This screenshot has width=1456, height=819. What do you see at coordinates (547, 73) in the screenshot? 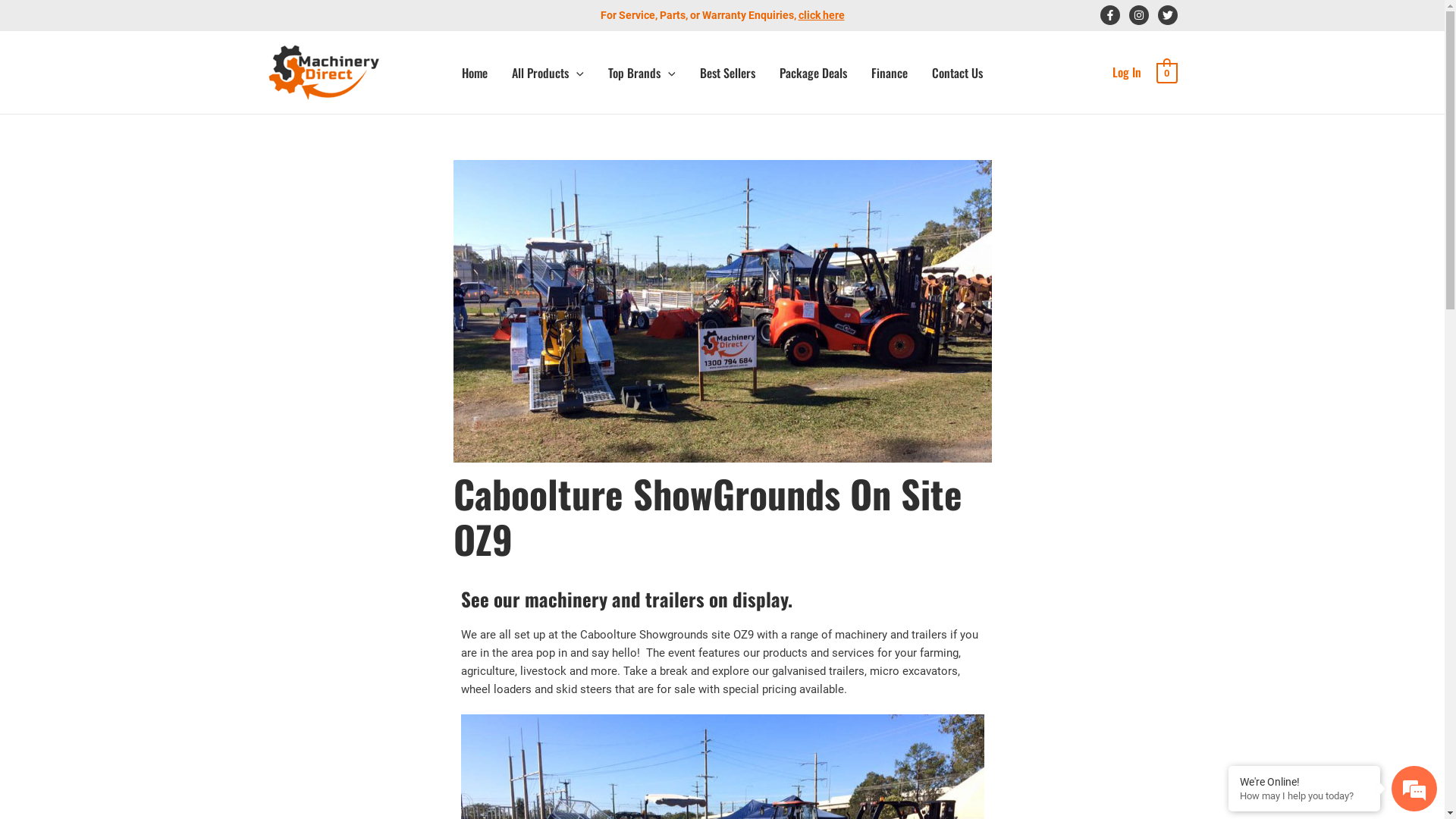
I see `'All Products'` at bounding box center [547, 73].